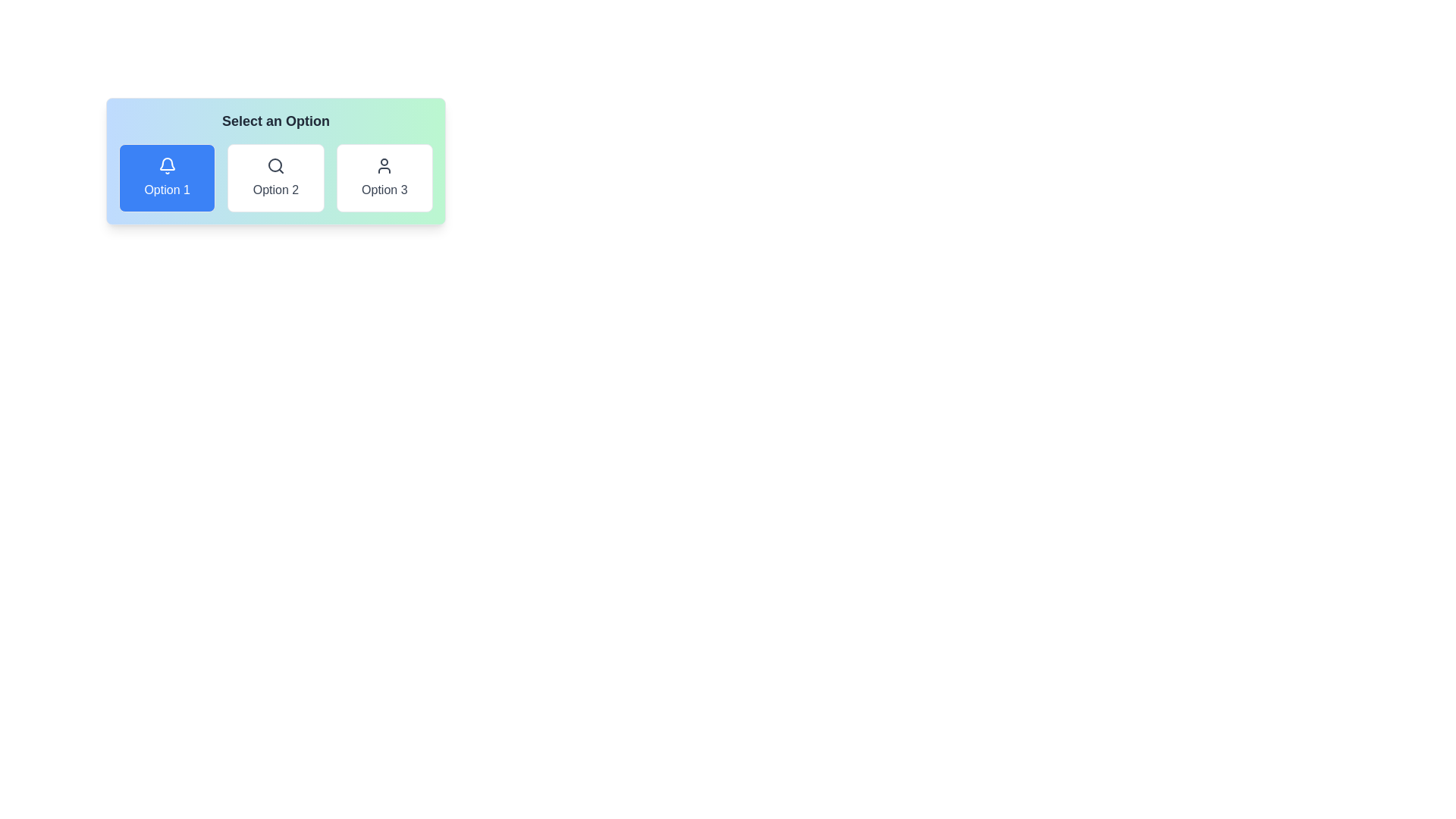  What do you see at coordinates (384, 166) in the screenshot?
I see `the user silhouette icon located in the third option of a horizontal option menu labeled 'Option 3'` at bounding box center [384, 166].